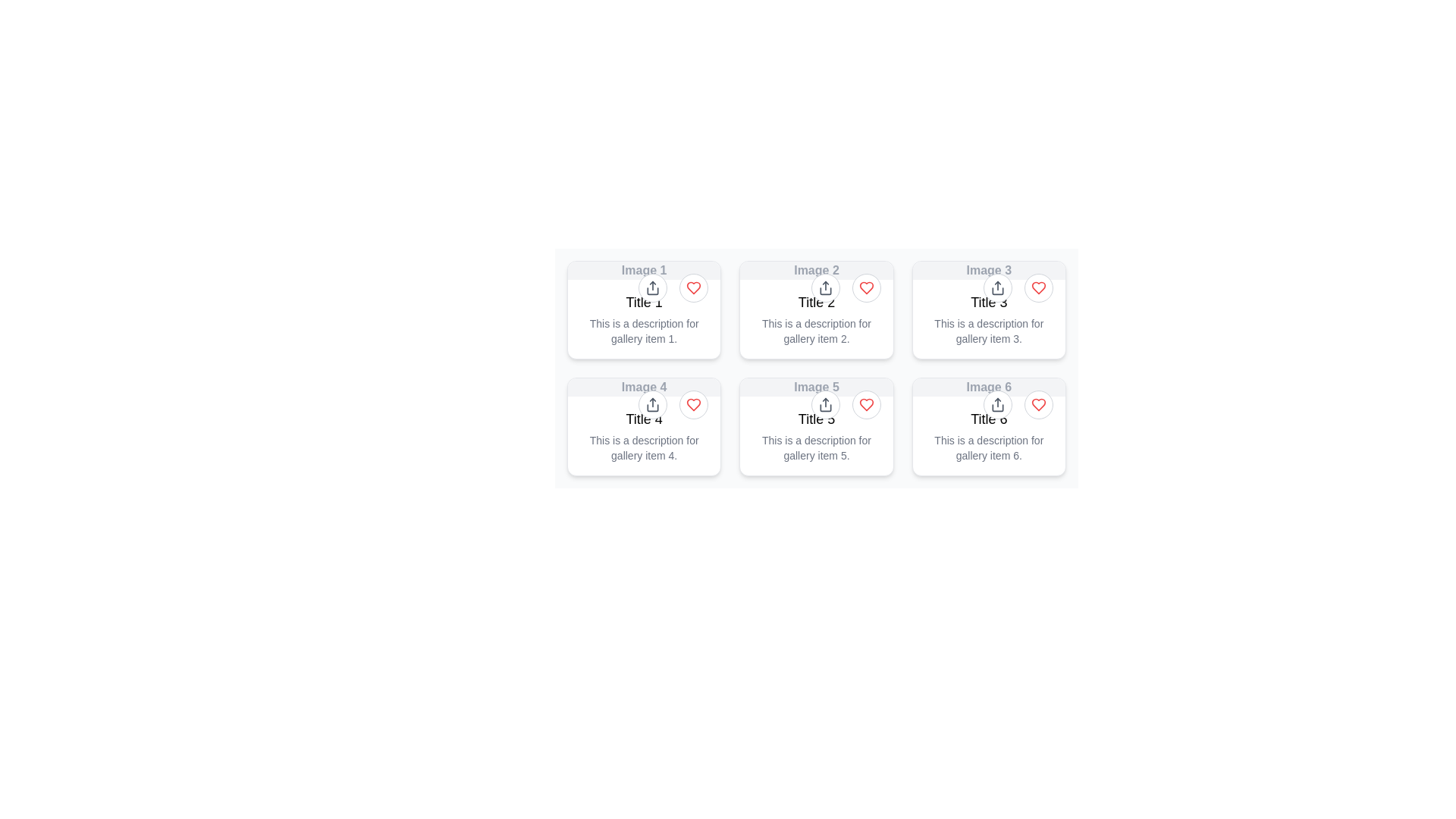 This screenshot has width=1456, height=819. What do you see at coordinates (824, 403) in the screenshot?
I see `the share icon button located in the top left corner of the card labeled 'Image 5' to initiate a share action` at bounding box center [824, 403].